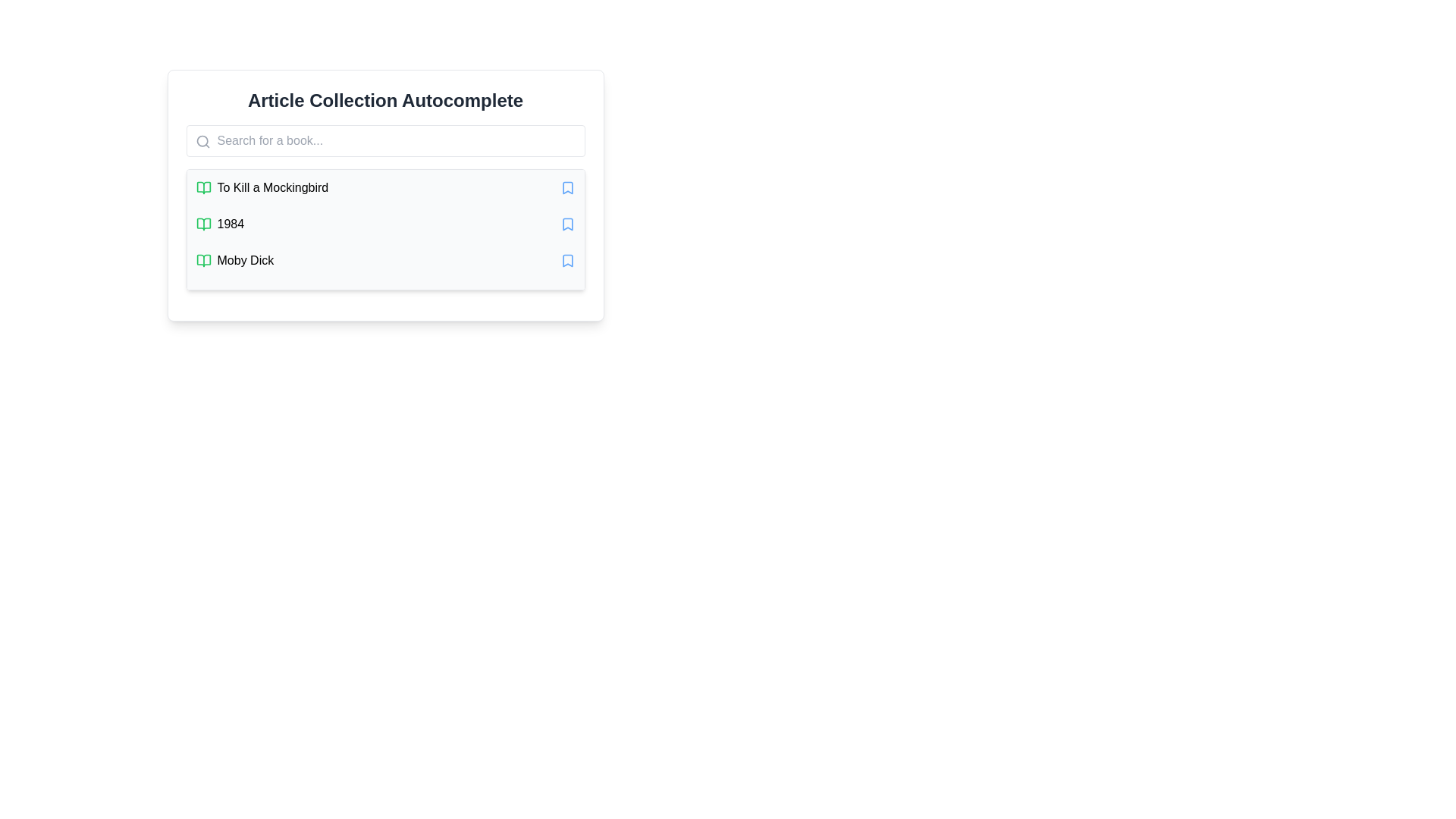 This screenshot has width=1456, height=819. I want to click on the book icon located to the immediate left of the text label 'To Kill a Mockingbird' in the first entry of the 'Article Collection Autocomplete' list, so click(202, 187).